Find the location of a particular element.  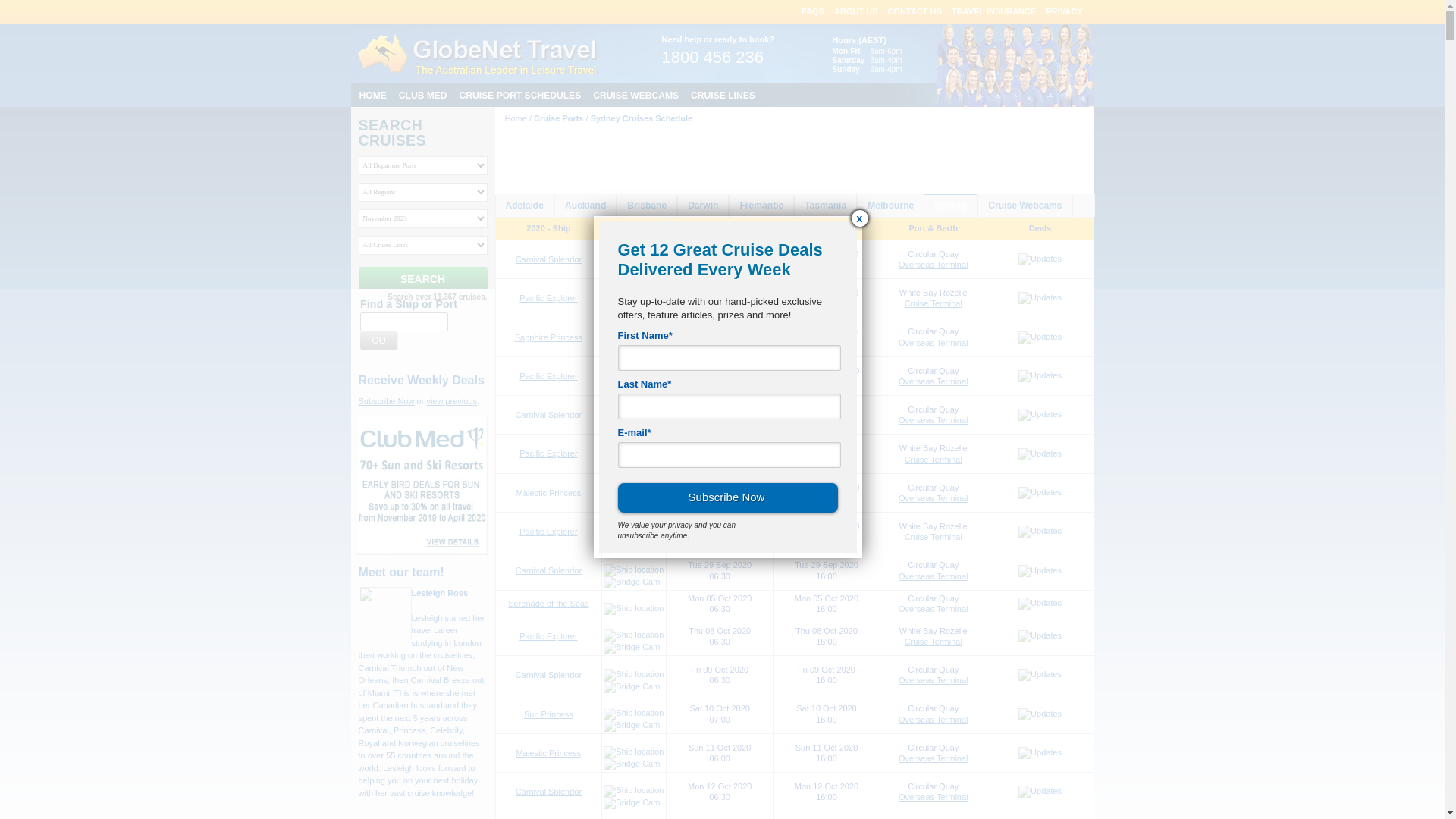

'Fremantle' is located at coordinates (761, 206).